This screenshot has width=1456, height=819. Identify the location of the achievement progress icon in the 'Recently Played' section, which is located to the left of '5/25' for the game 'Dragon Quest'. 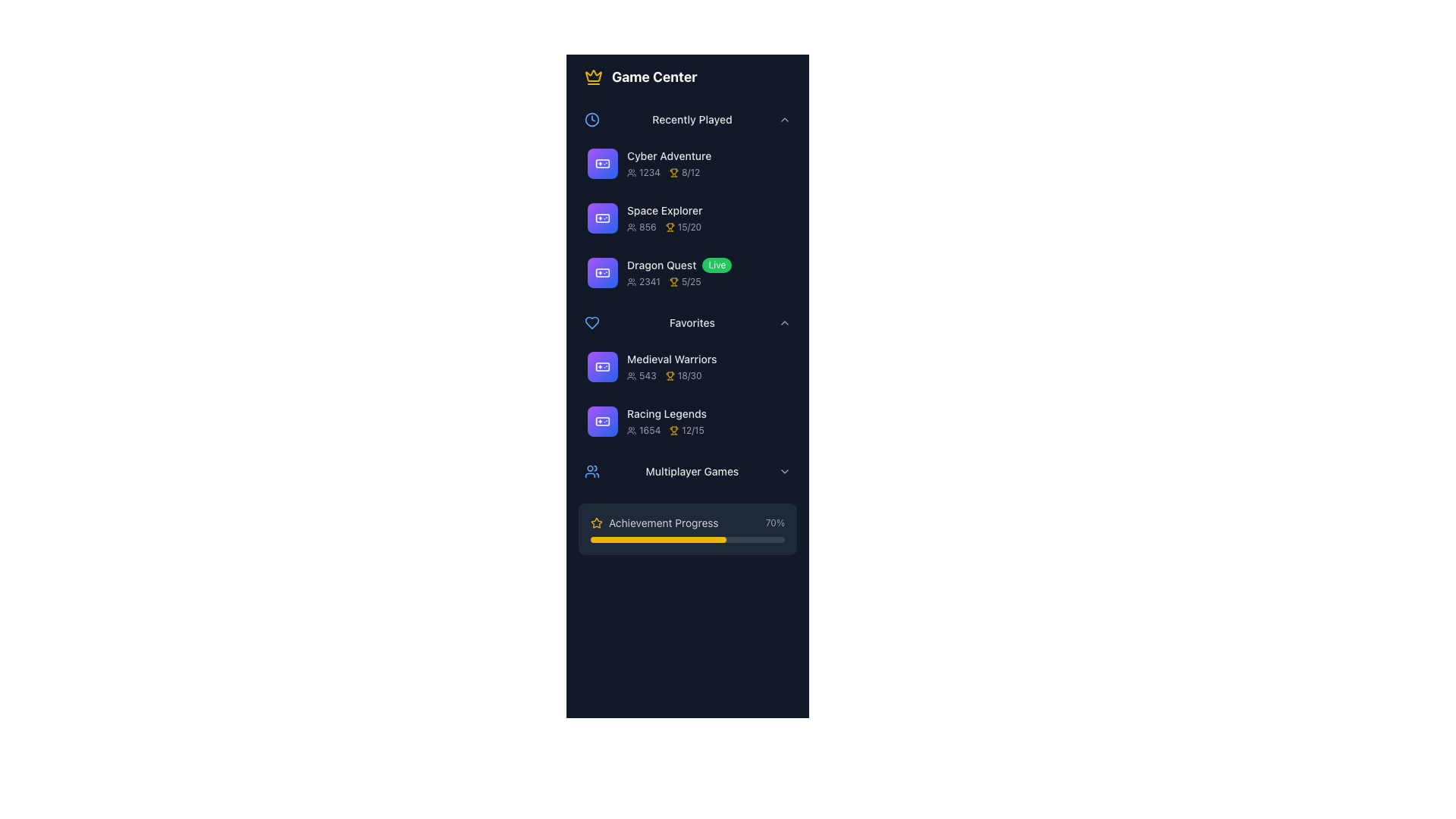
(673, 281).